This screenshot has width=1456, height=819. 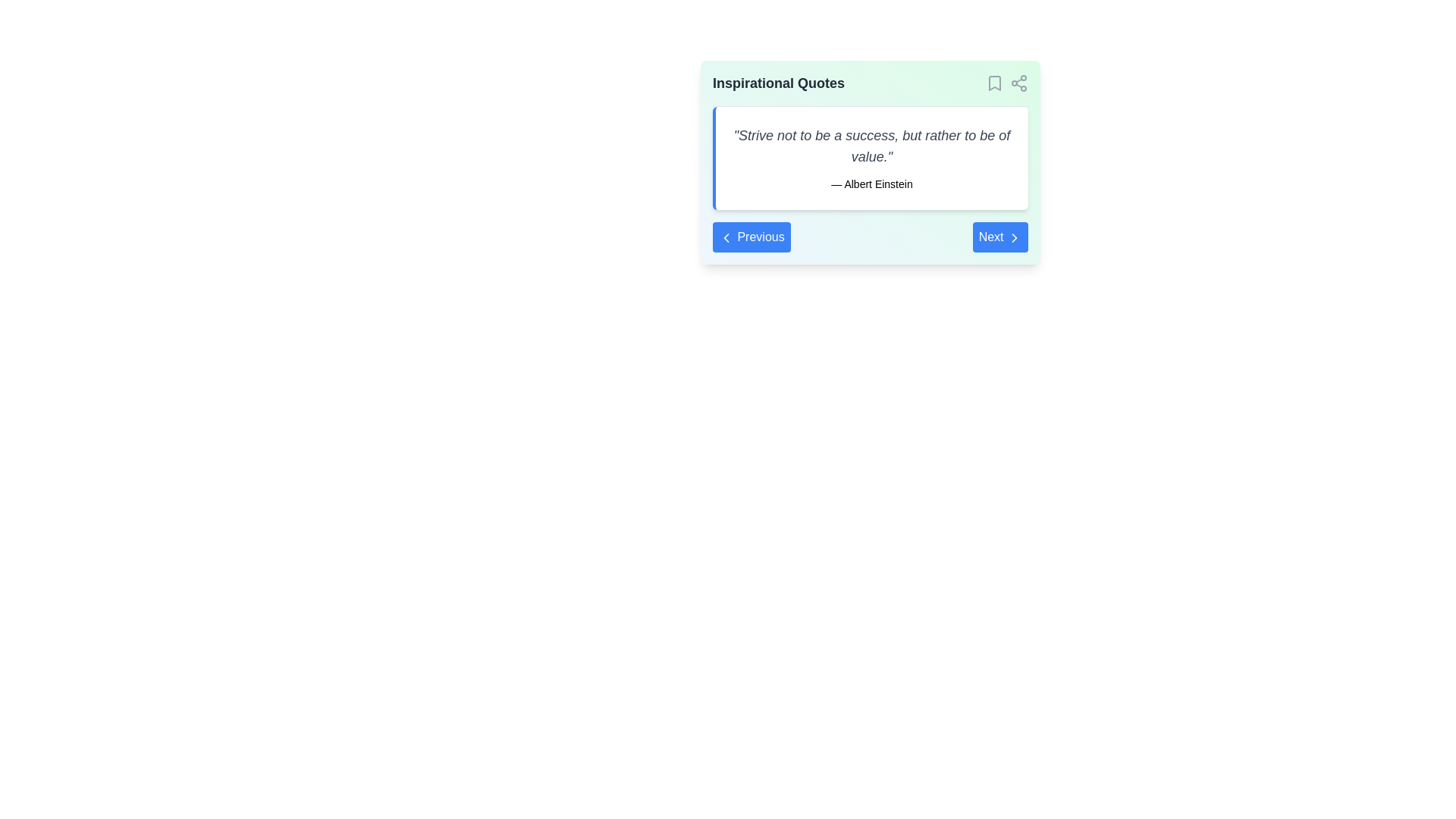 What do you see at coordinates (779, 83) in the screenshot?
I see `the static text element that serves as a title for inspirational quotes, located at the top-left corner of a bordered card-like structure` at bounding box center [779, 83].